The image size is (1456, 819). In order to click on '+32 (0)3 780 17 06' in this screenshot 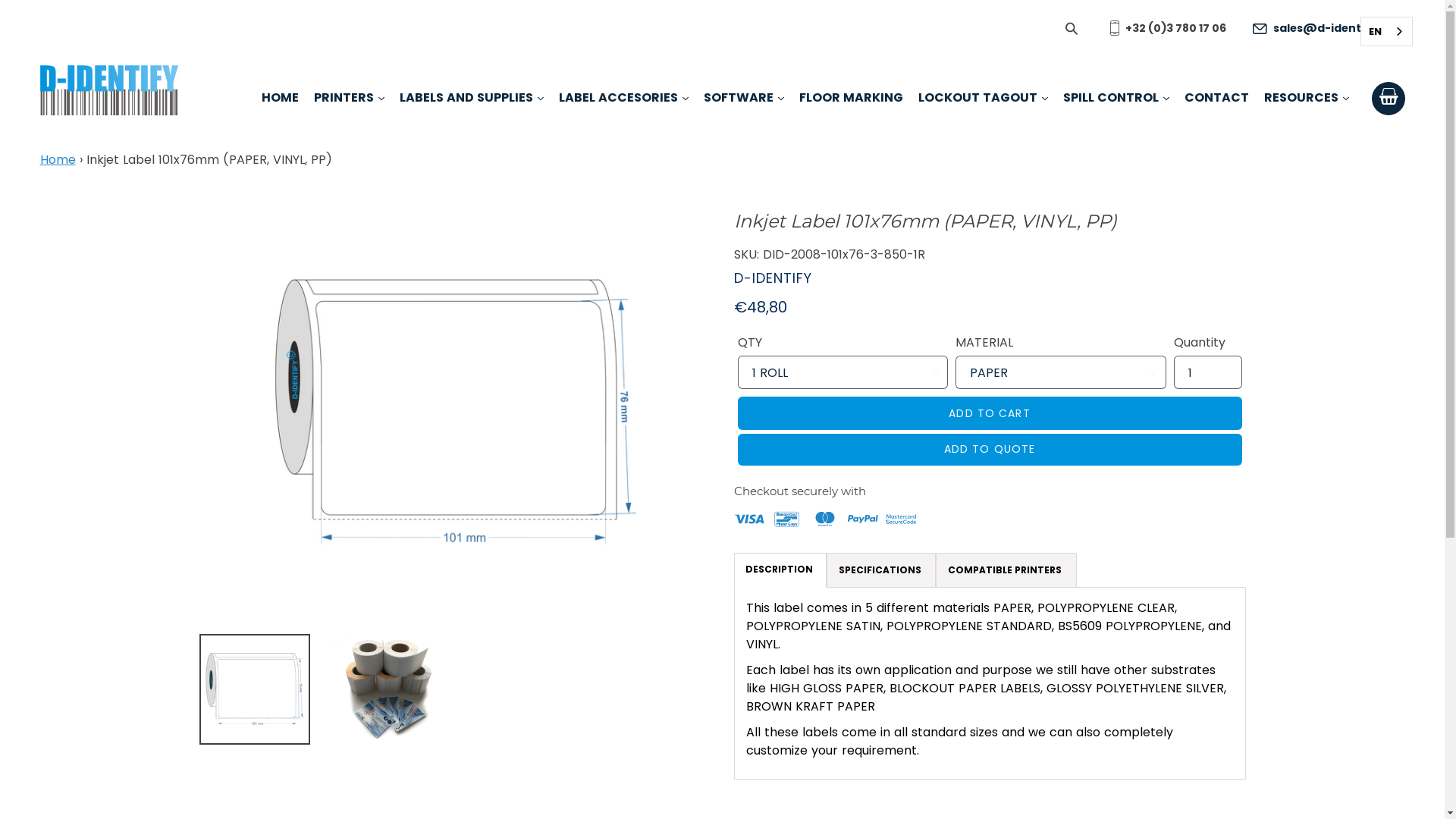, I will do `click(1163, 28)`.